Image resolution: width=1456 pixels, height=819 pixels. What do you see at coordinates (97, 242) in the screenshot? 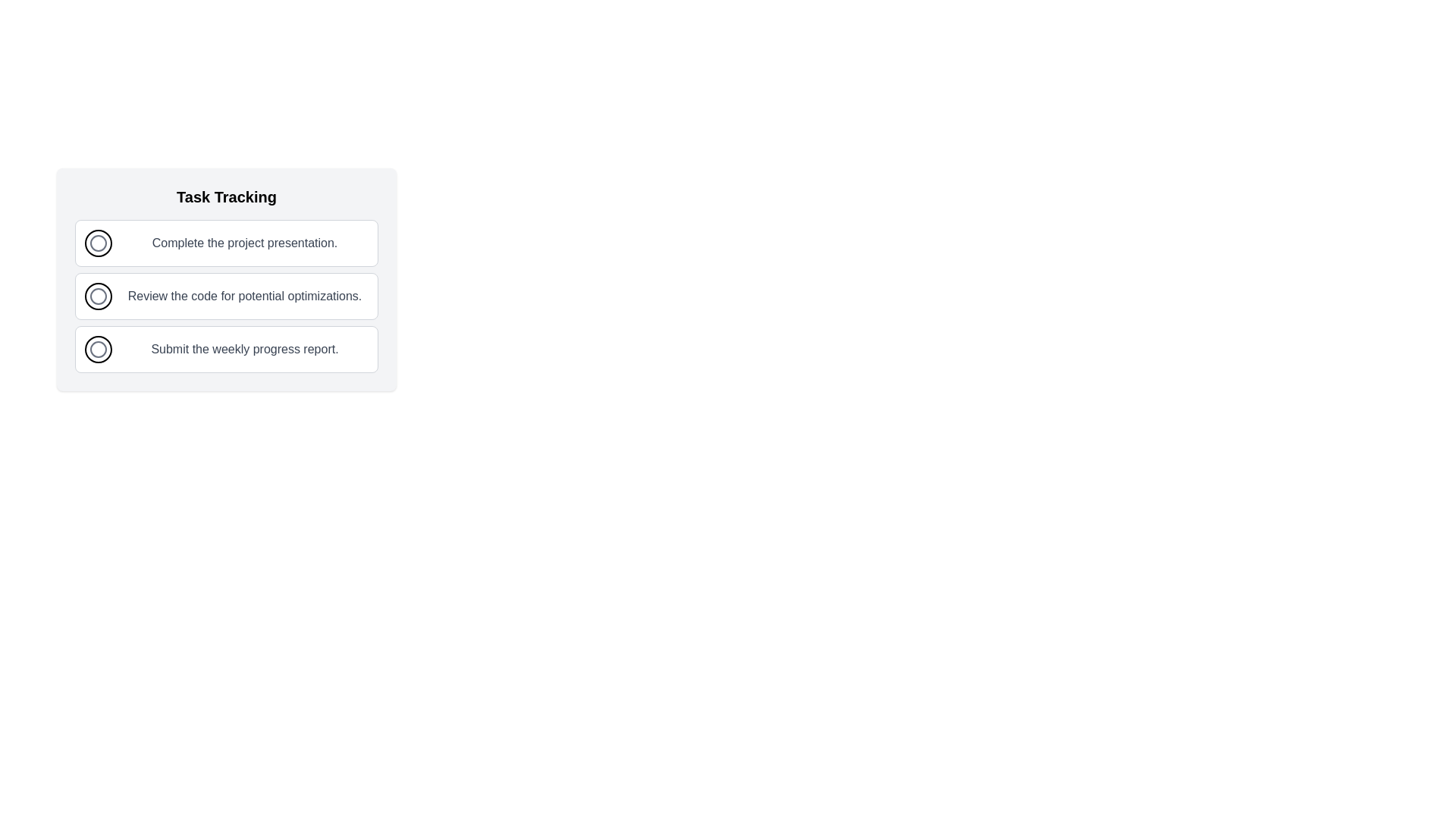
I see `the circular indicator icon located inside the first list item of the 'Task Tracking' section, horizontally aligned with the text 'Complete the project presentation.'` at bounding box center [97, 242].